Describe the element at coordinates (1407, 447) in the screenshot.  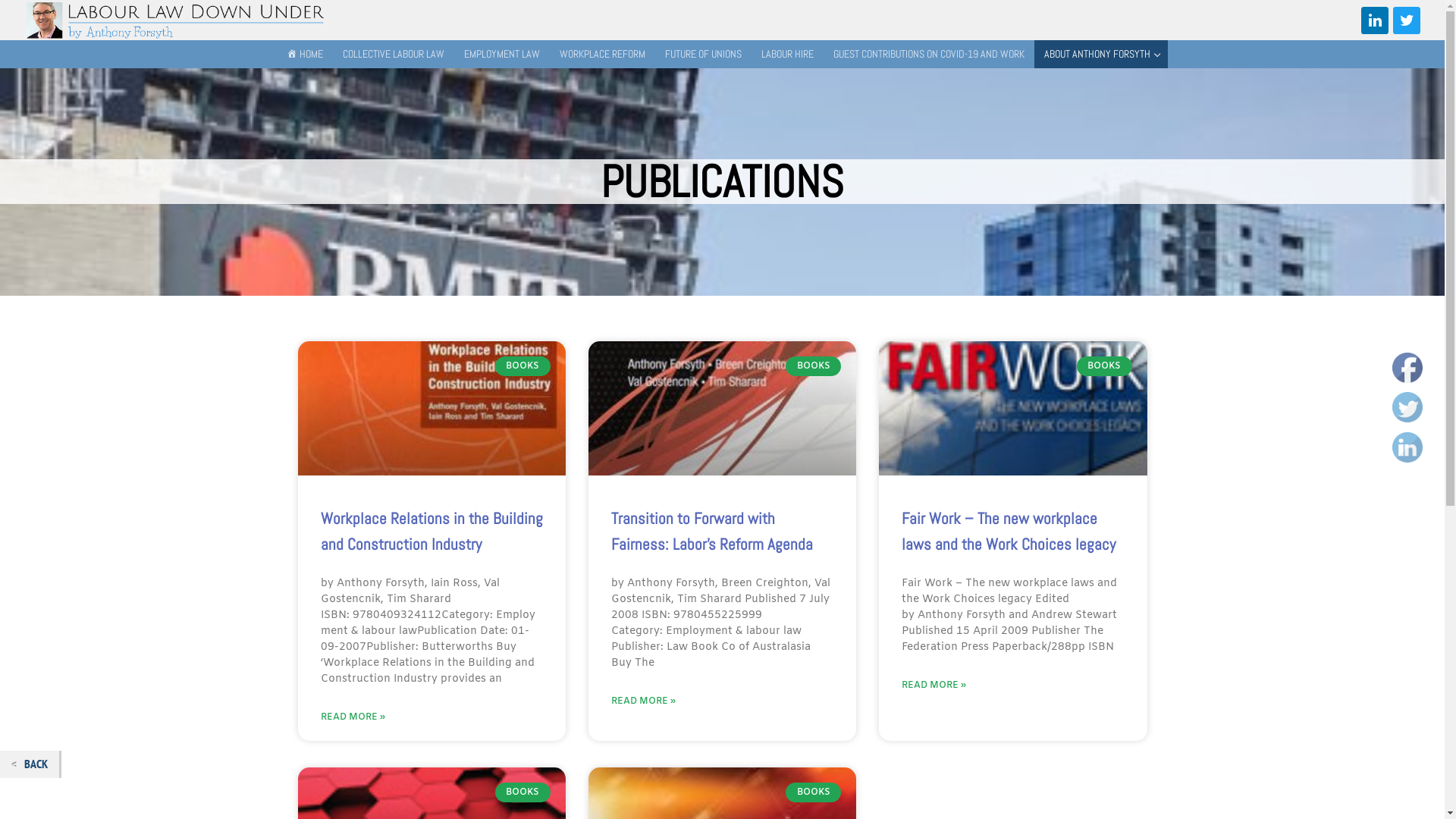
I see `'LinkedIn'` at that location.